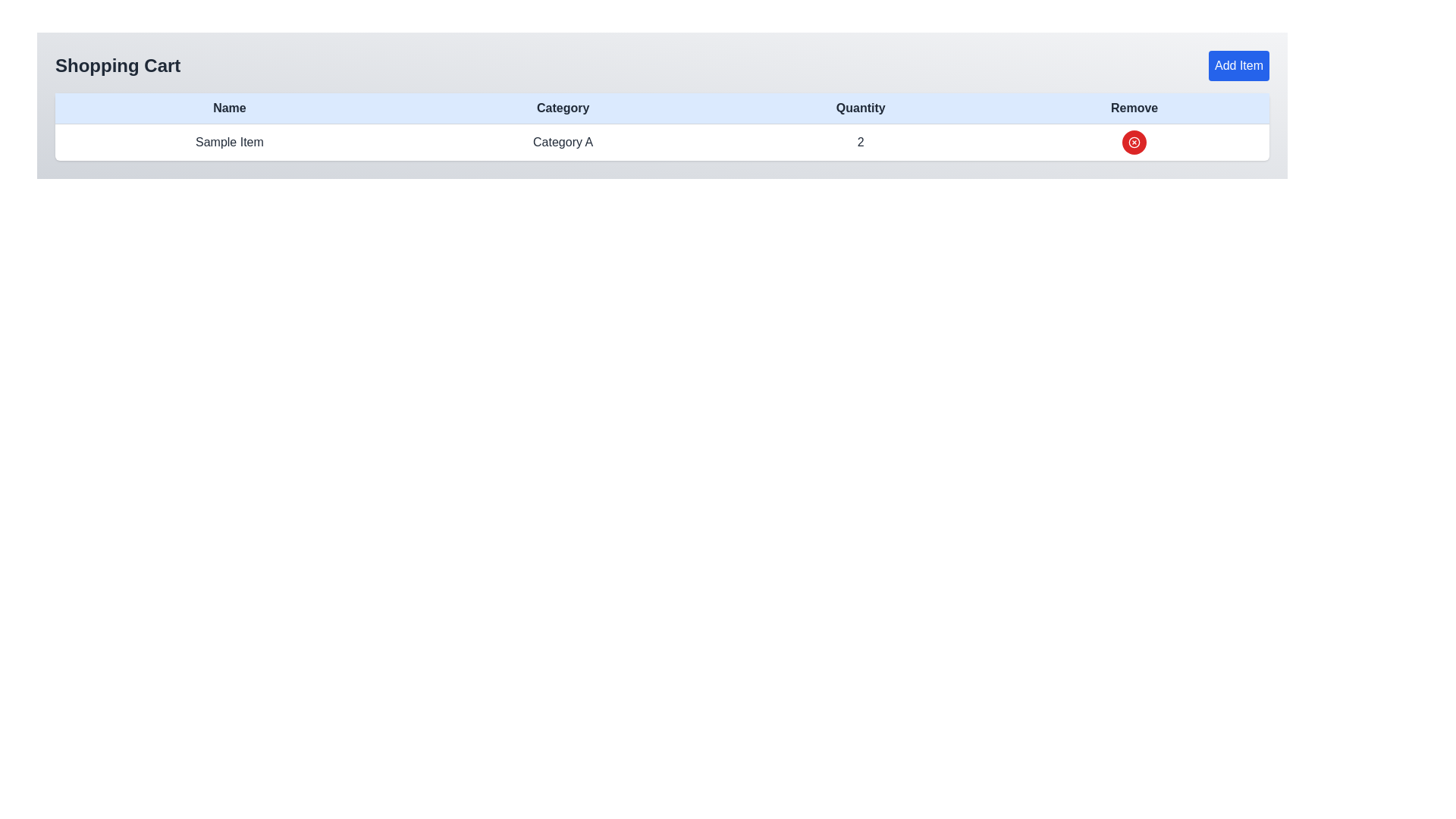 The image size is (1456, 819). I want to click on the 'Quantity' text label, which is the third column header in a table, adjacent to the 'Category' and 'Remove' headers, so click(861, 108).